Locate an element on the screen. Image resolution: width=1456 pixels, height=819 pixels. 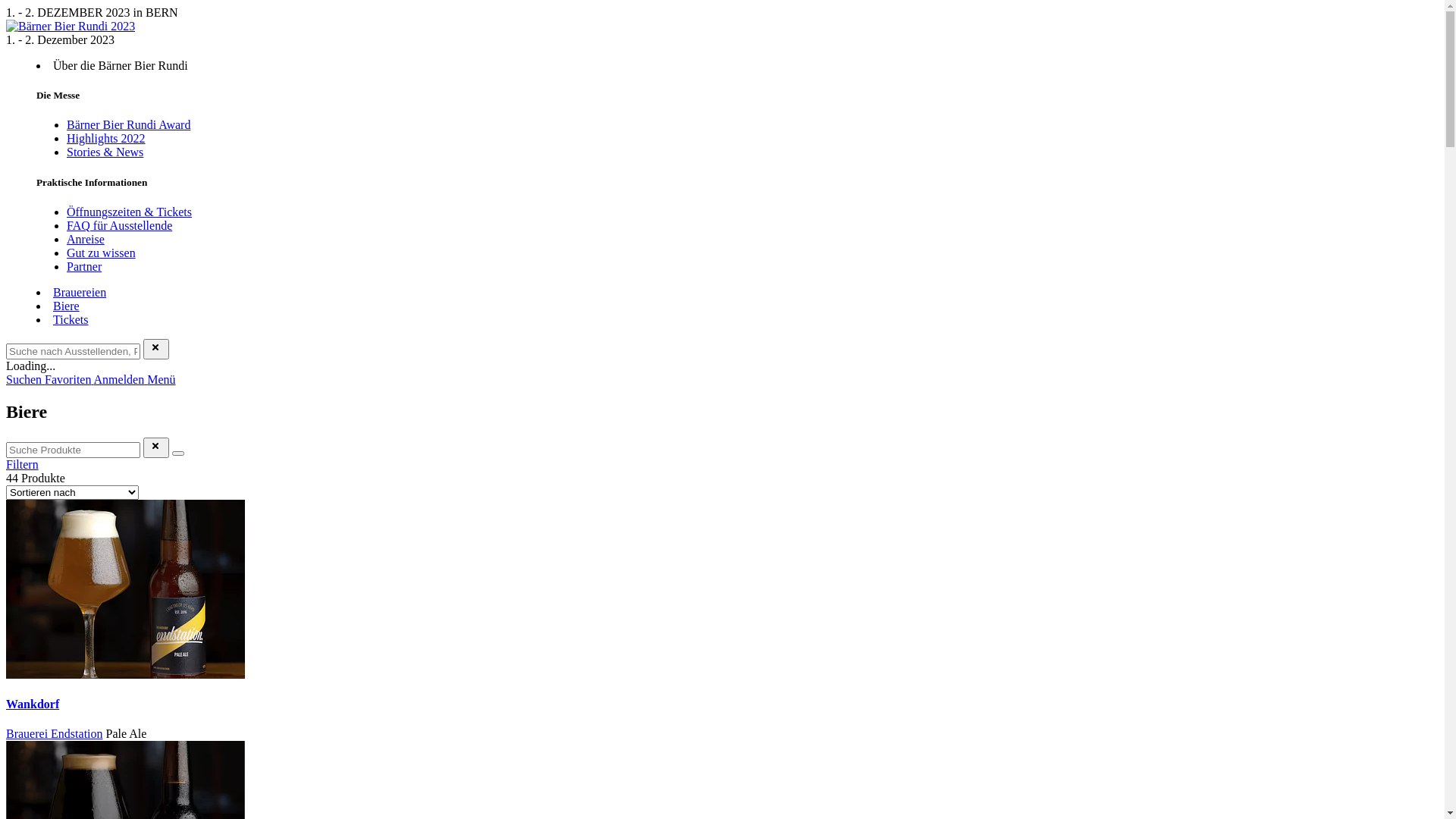
'Partner' is located at coordinates (83, 265).